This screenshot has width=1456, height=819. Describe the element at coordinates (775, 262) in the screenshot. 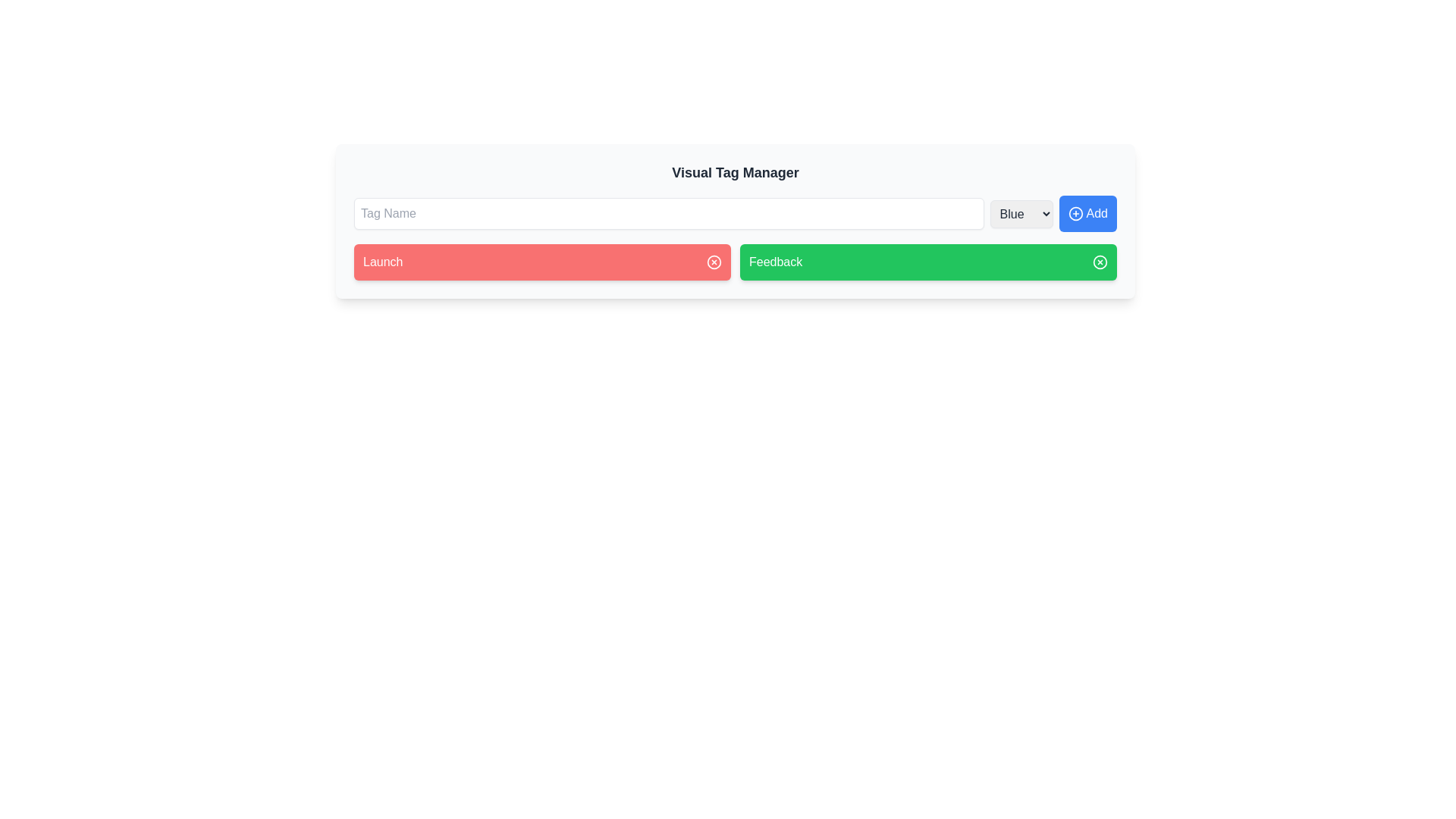

I see `the 'Feedback' label/button` at that location.